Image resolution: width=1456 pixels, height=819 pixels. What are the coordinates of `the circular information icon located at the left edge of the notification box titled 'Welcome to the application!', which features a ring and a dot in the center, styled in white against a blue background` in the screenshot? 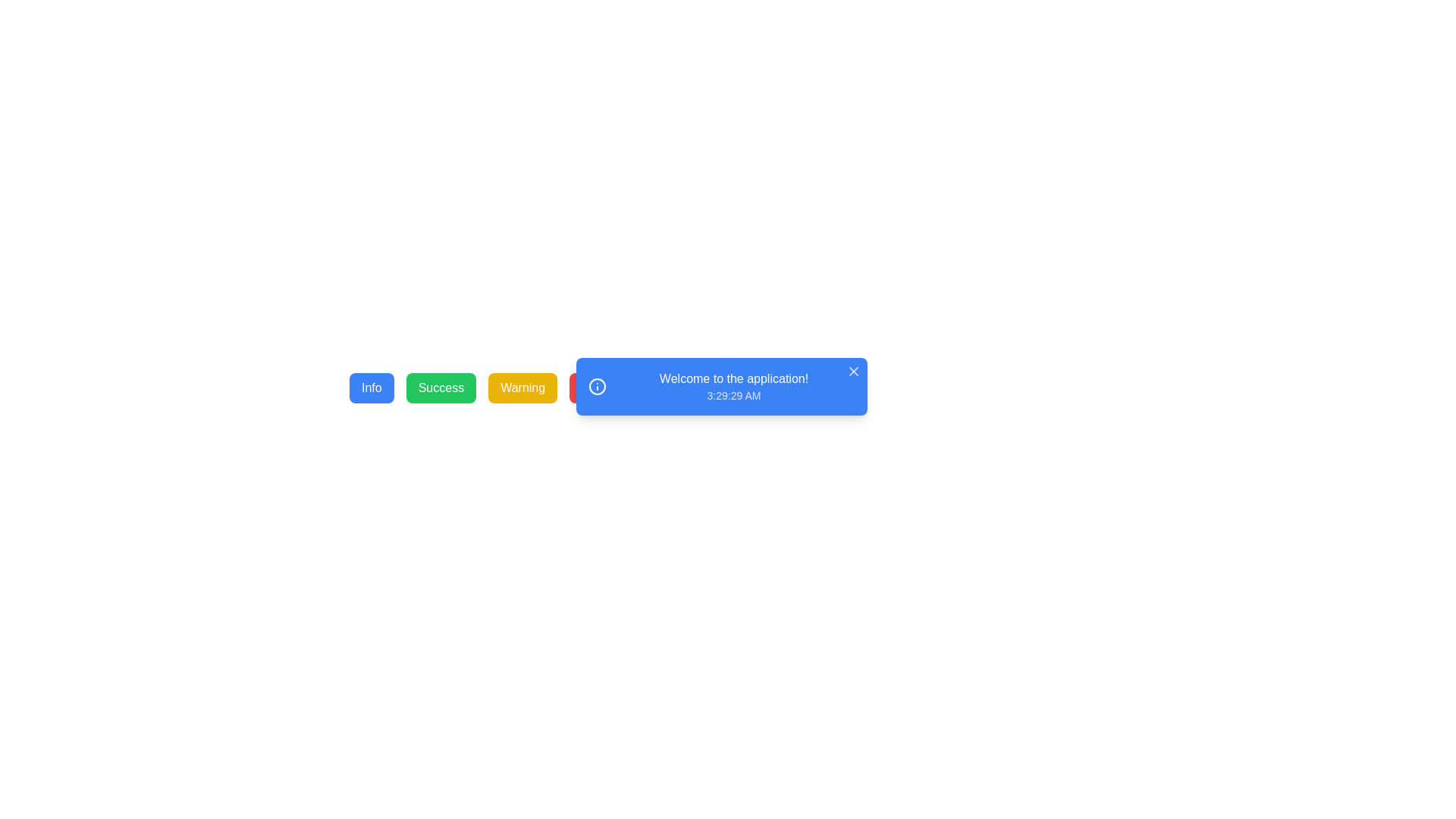 It's located at (596, 385).